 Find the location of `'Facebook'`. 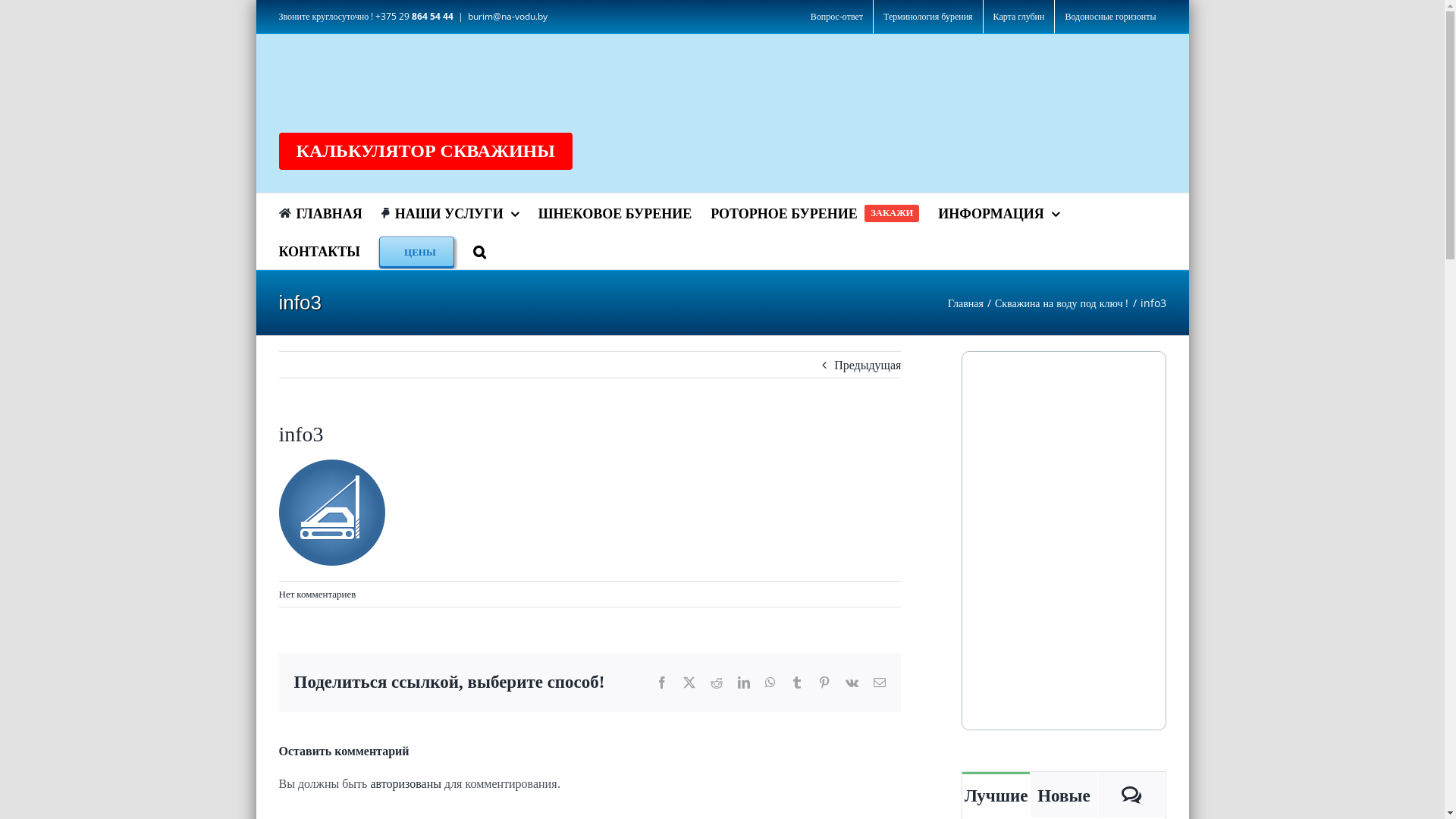

'Facebook' is located at coordinates (662, 681).